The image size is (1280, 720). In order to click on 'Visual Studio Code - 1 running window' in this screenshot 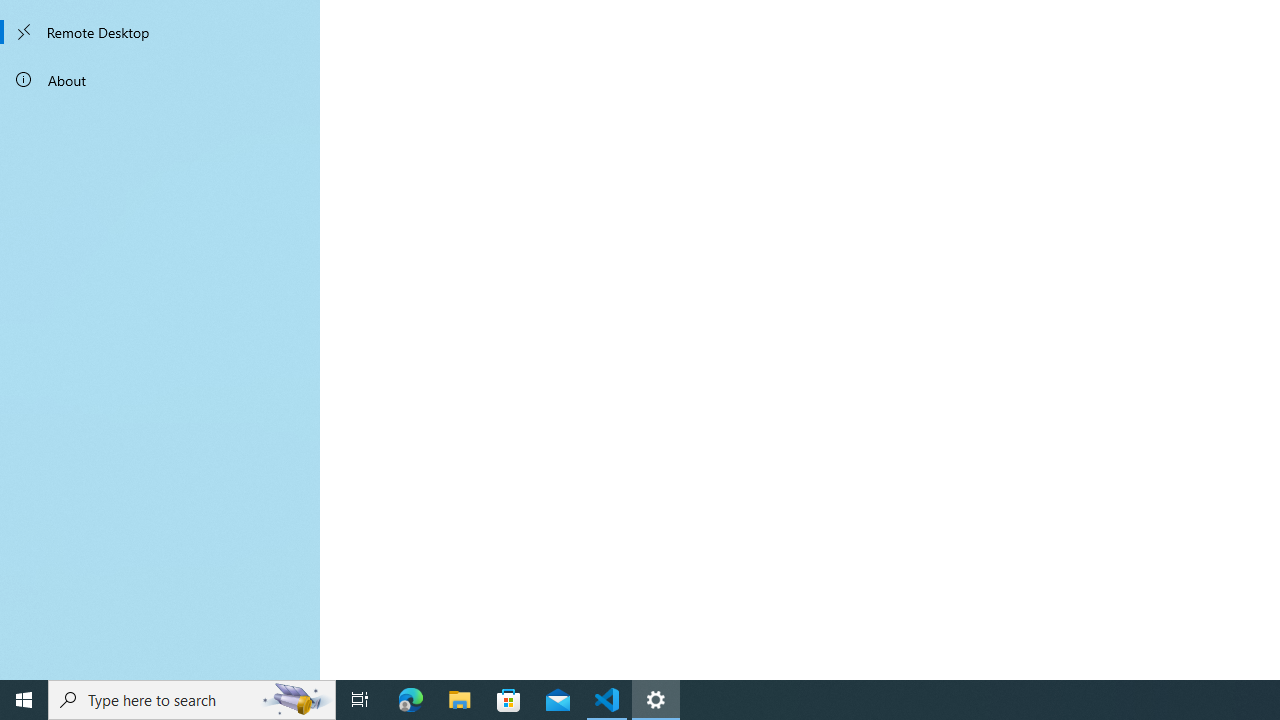, I will do `click(606, 698)`.